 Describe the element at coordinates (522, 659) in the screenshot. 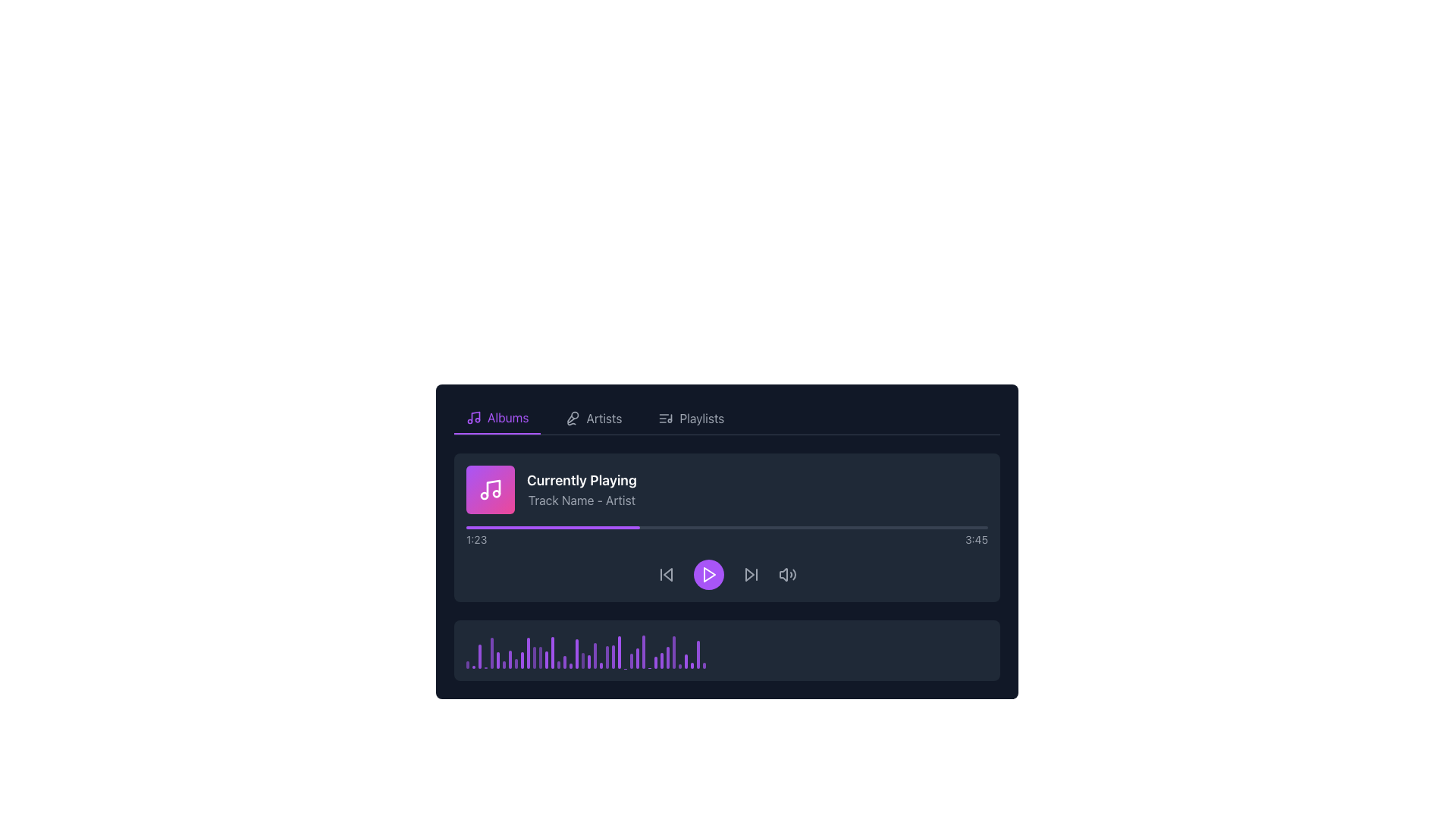

I see `the 10th bar from the left in the audio visualization bar chart located at the bottom of the interface` at that location.